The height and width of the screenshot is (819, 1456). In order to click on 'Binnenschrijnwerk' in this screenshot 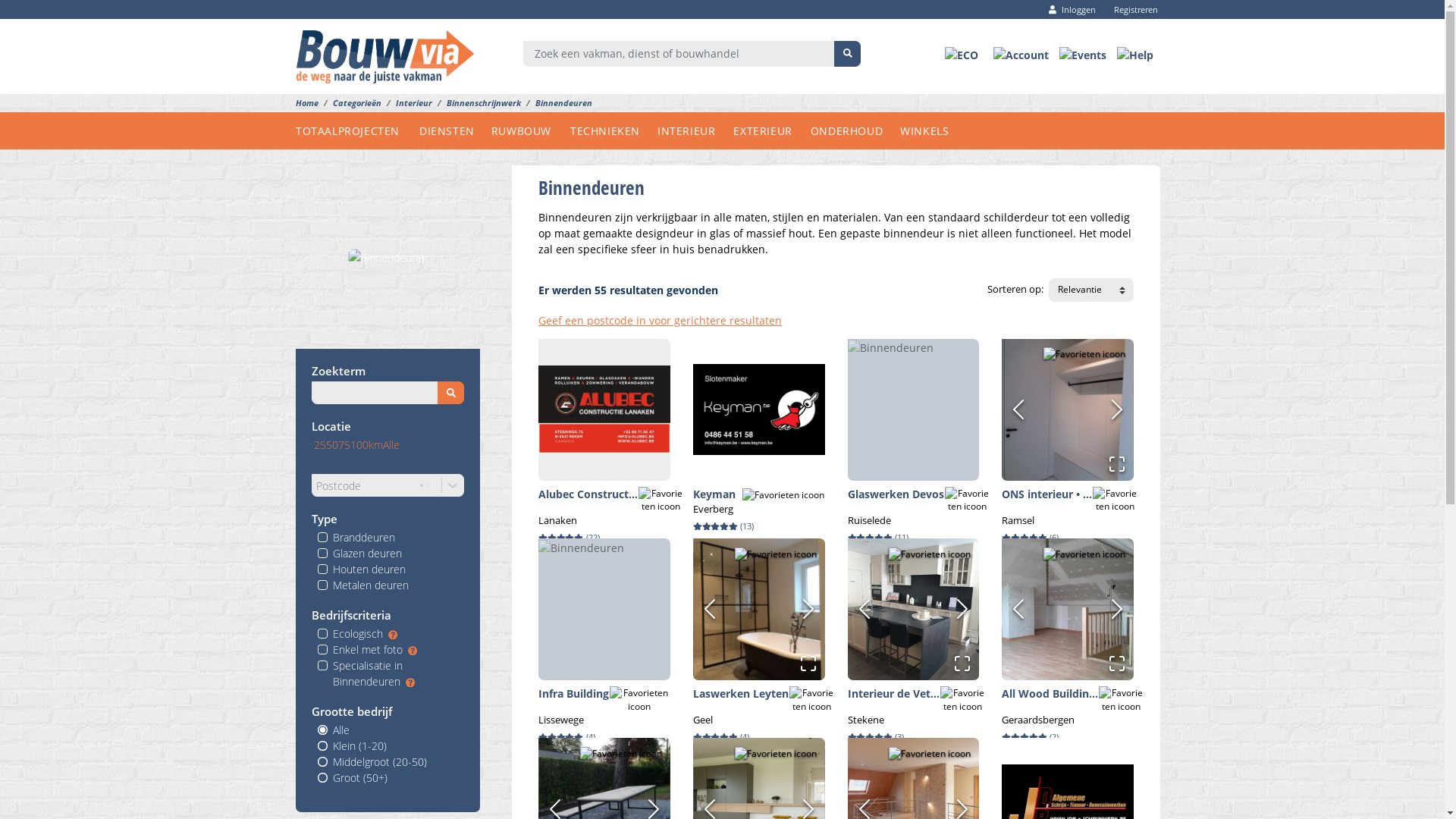, I will do `click(431, 102)`.